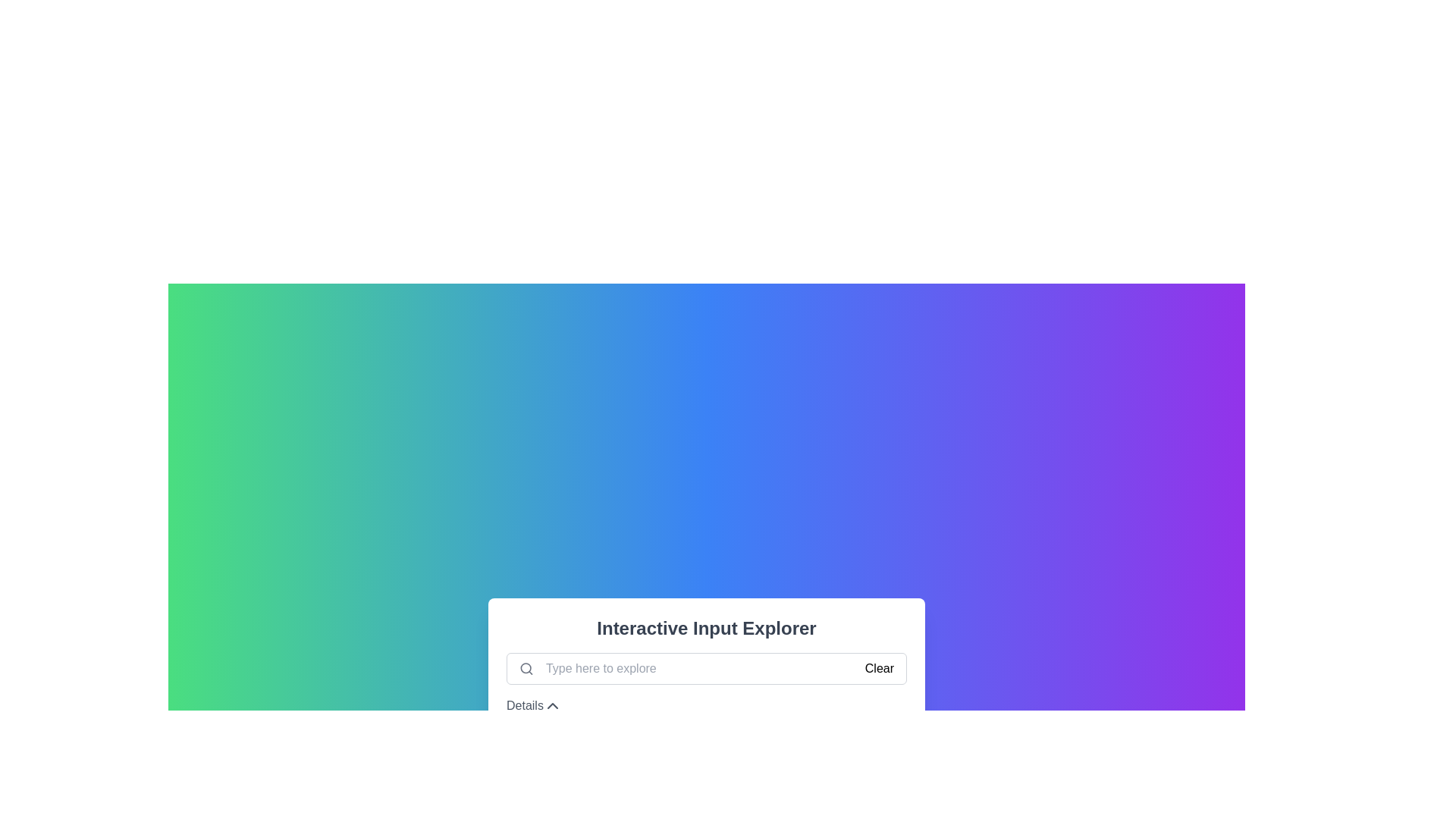 This screenshot has height=819, width=1456. What do you see at coordinates (534, 705) in the screenshot?
I see `the upward arrow icon adjacent to the 'Details' text label in the bottom-left section of the 'Interactive Input Explorer' component to interact` at bounding box center [534, 705].